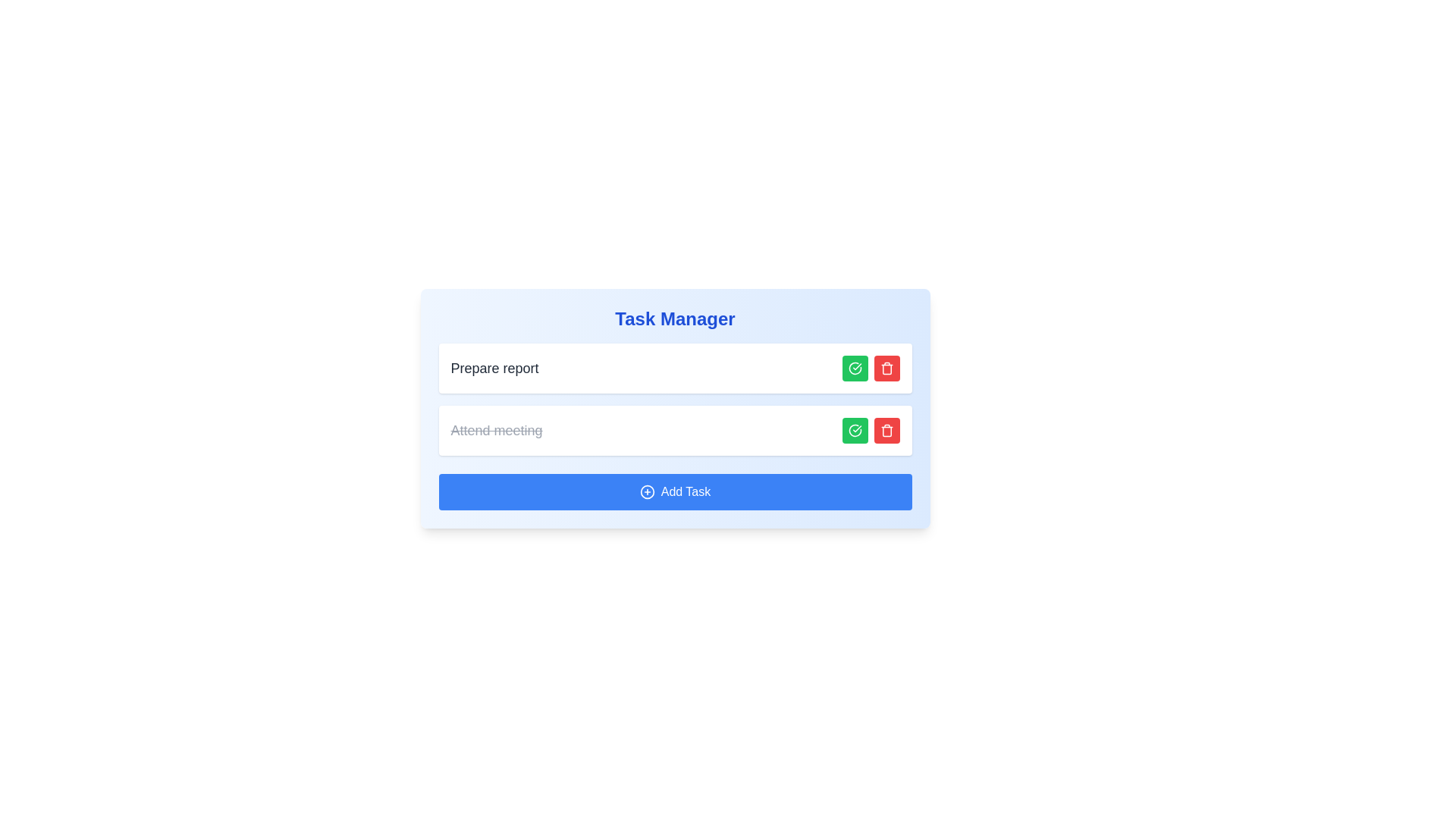 The height and width of the screenshot is (819, 1456). What do you see at coordinates (674, 430) in the screenshot?
I see `the completed task item in the to-do list, which is the second item in the list` at bounding box center [674, 430].